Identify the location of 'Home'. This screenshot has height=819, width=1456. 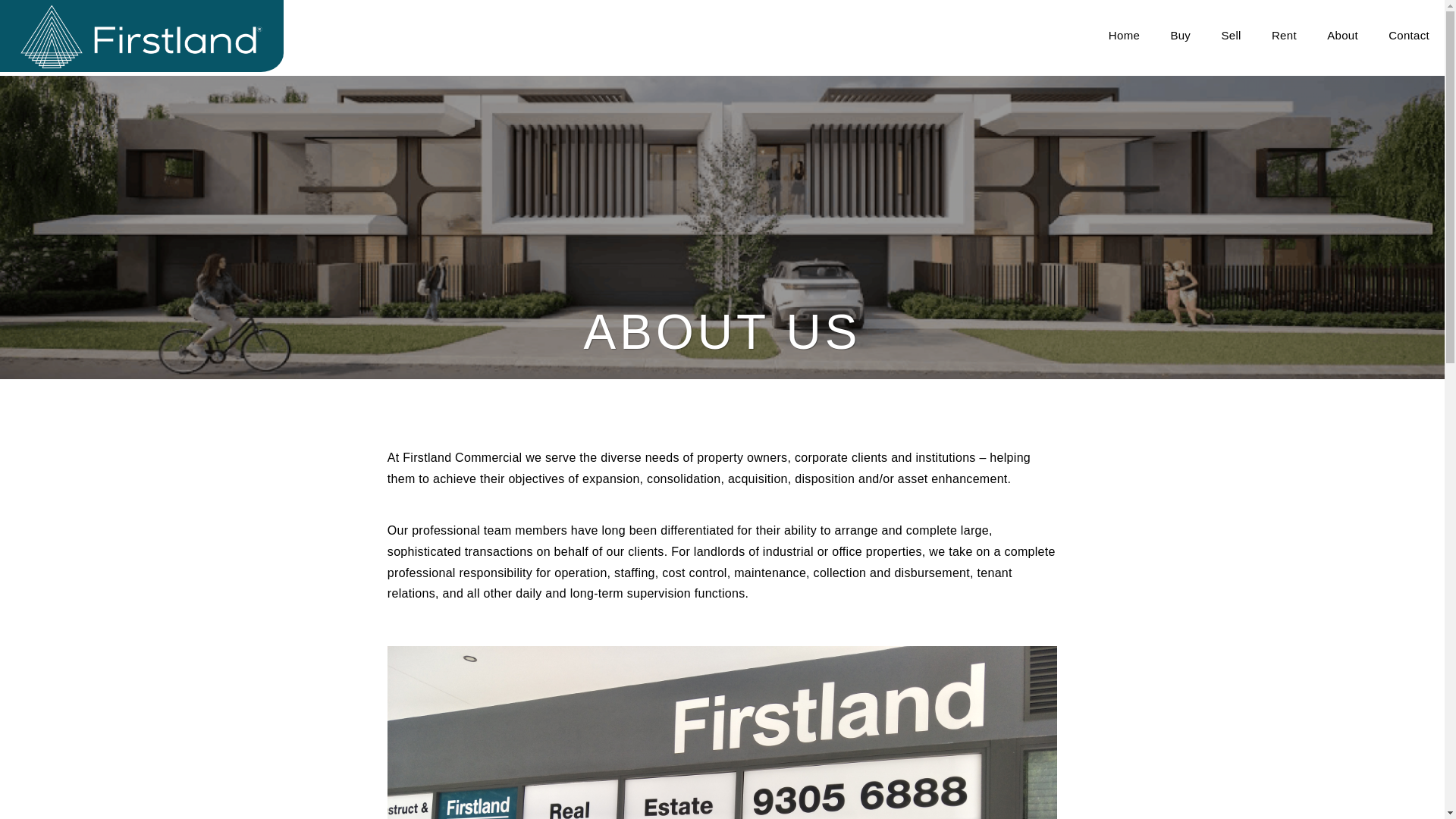
(1124, 34).